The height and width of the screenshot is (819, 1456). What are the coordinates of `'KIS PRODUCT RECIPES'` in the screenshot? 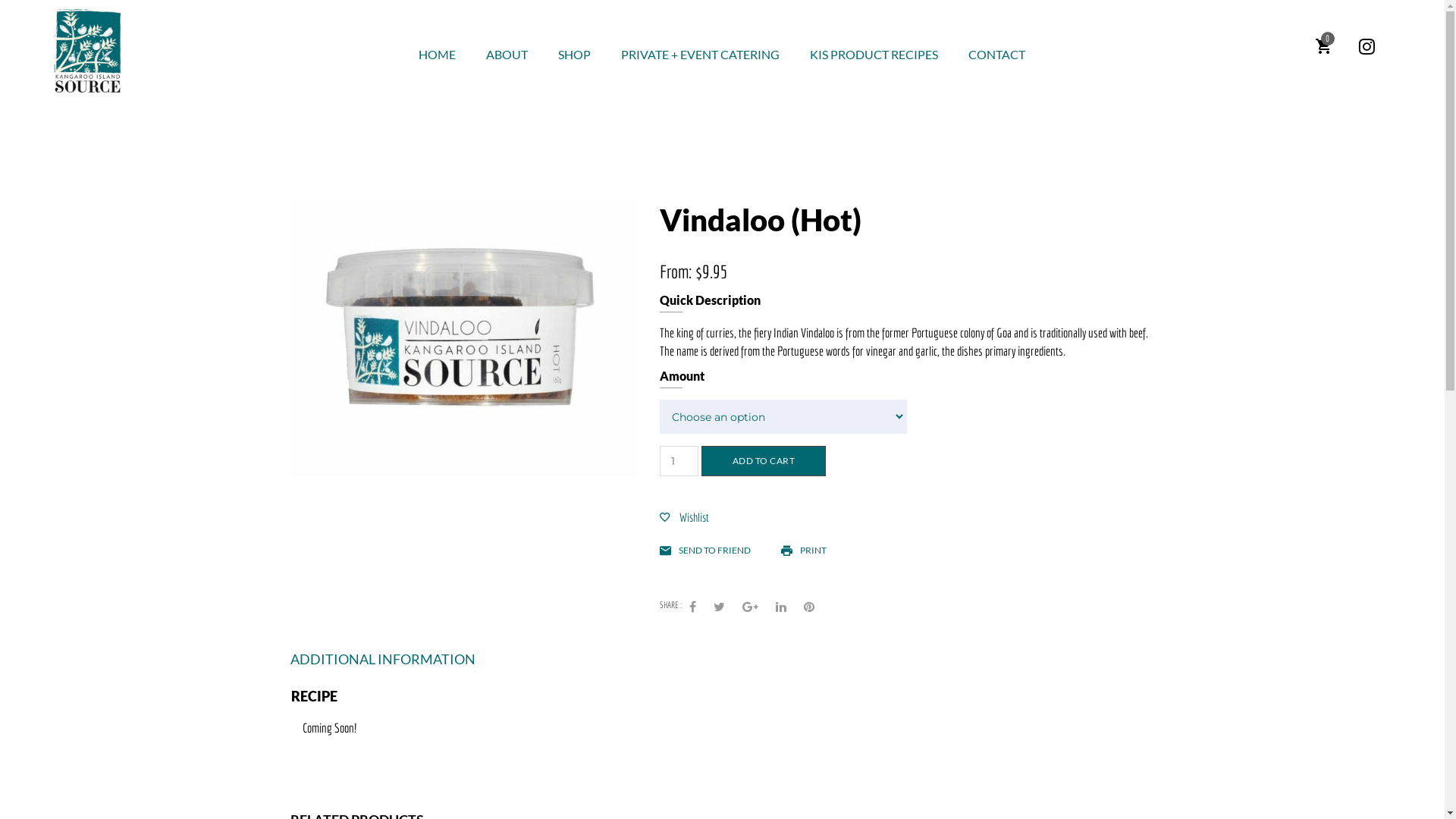 It's located at (874, 54).